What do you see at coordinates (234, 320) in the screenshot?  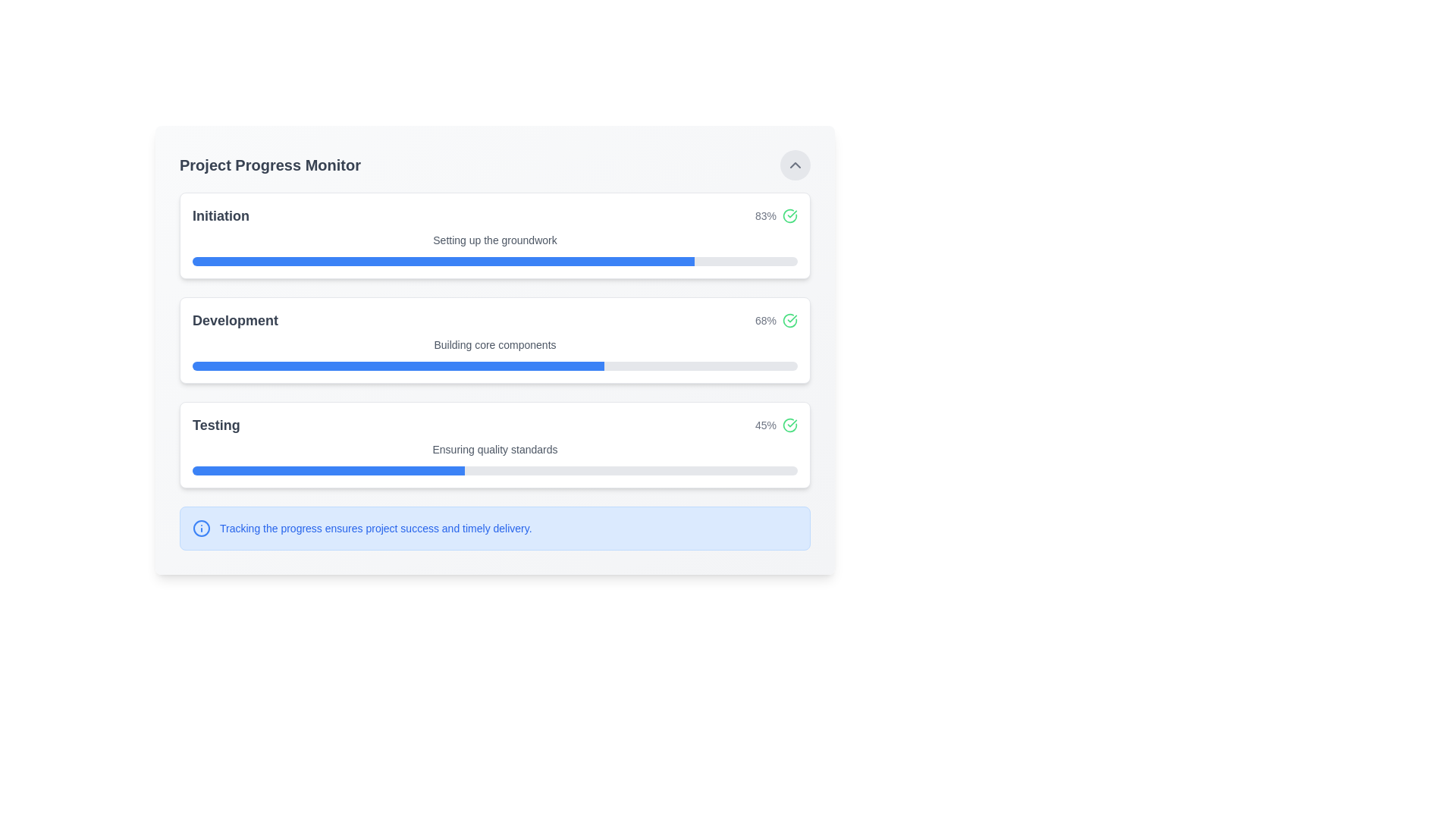 I see `the text element displaying the word 'Development', which is styled with a larger font size and bold weight, located in the middle section of a progress tracking interface` at bounding box center [234, 320].